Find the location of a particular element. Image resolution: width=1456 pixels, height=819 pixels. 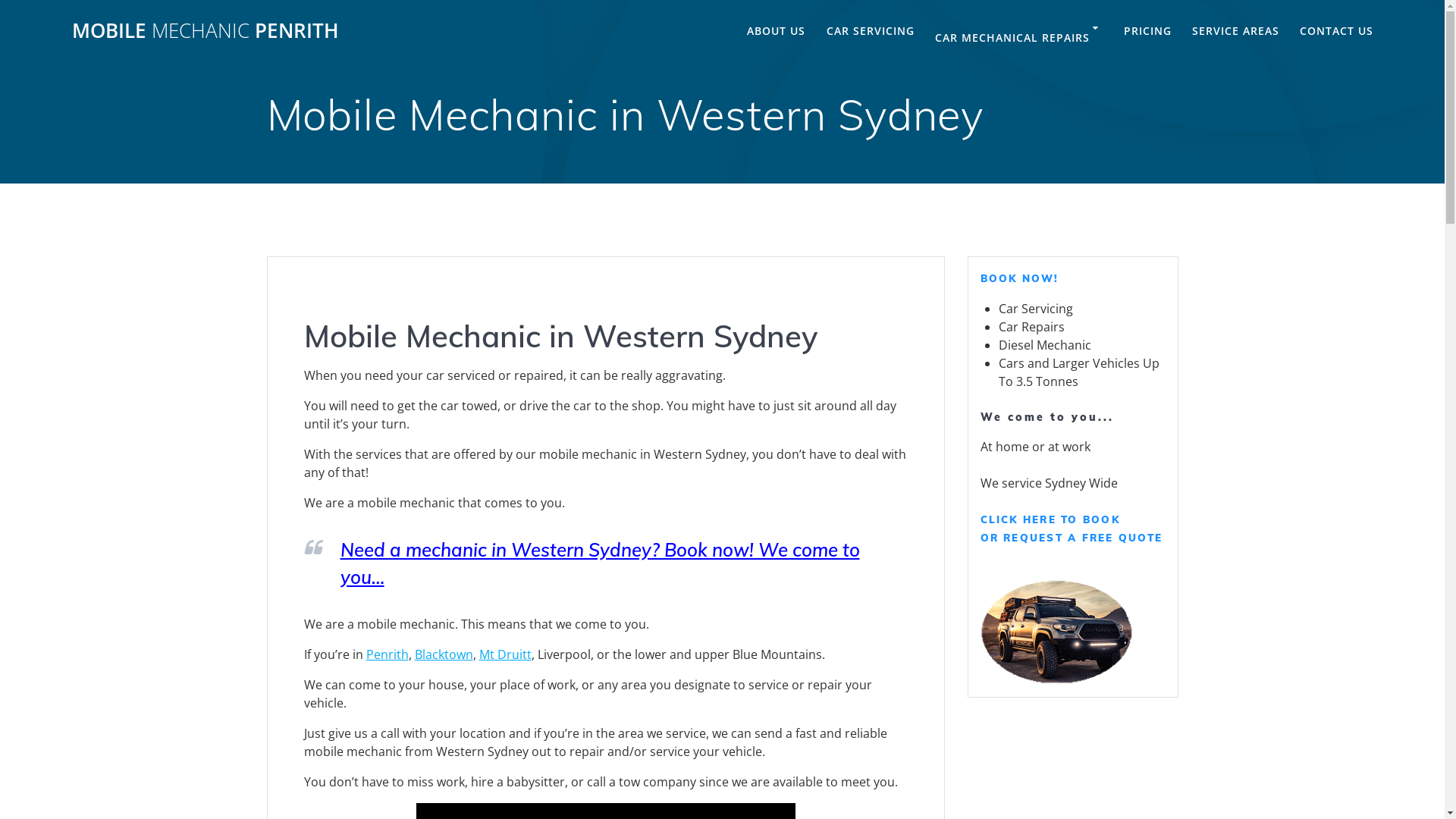

'CAR SERVICING' is located at coordinates (870, 31).